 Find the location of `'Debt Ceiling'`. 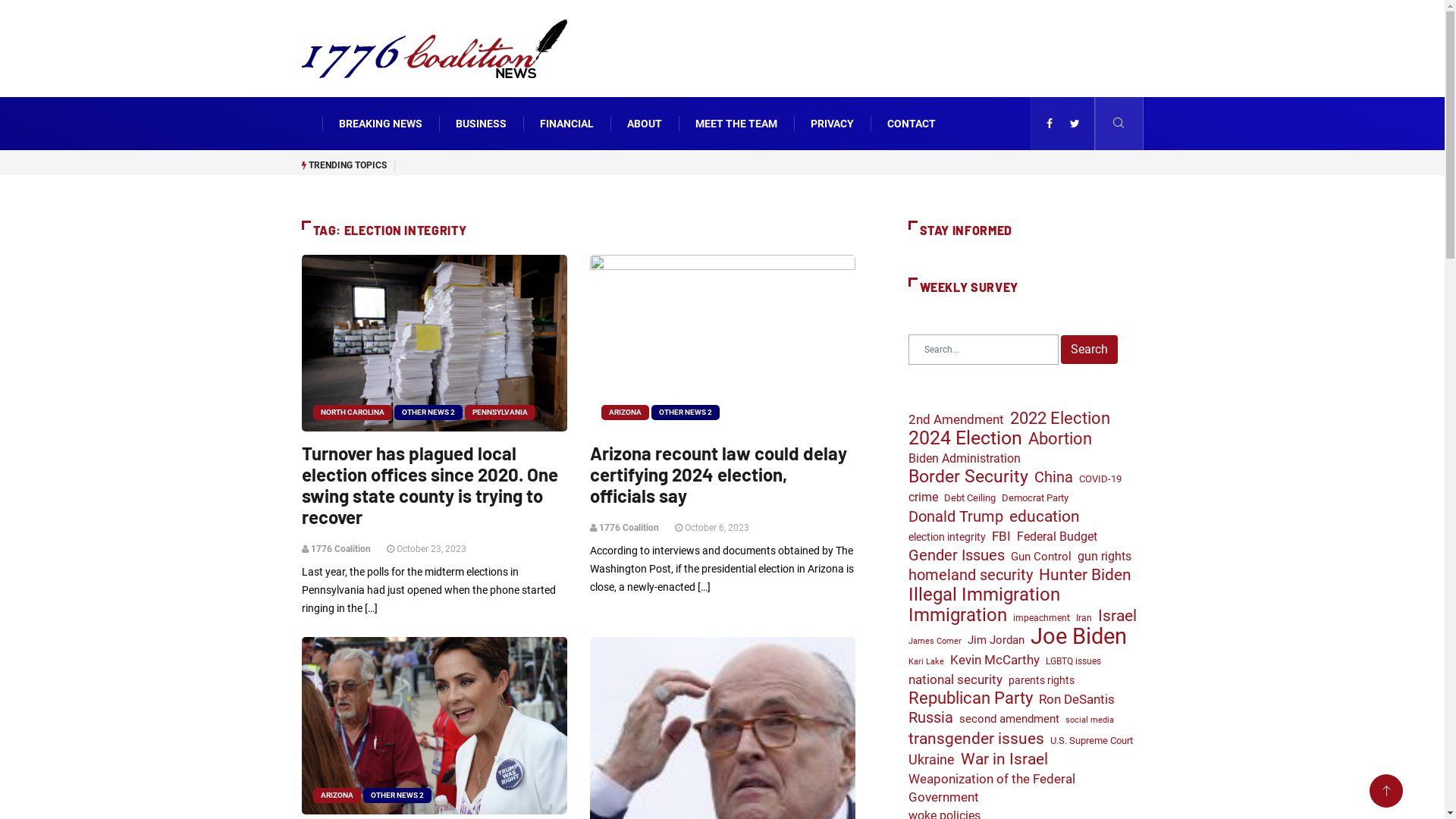

'Debt Ceiling' is located at coordinates (968, 497).